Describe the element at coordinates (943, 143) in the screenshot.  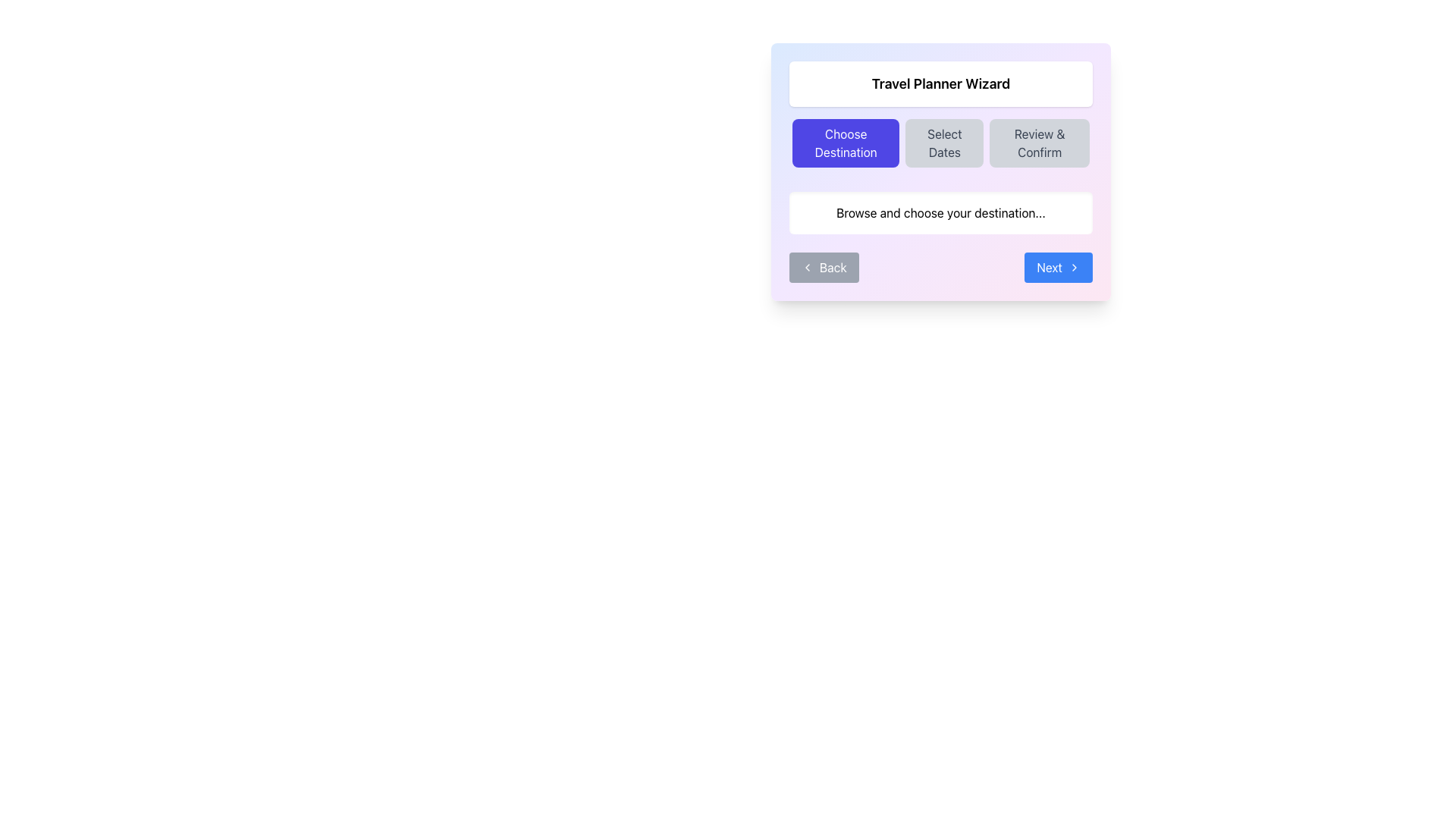
I see `the 'Select Dates' button, which is the second button from the left in a horizontal arrangement` at that location.